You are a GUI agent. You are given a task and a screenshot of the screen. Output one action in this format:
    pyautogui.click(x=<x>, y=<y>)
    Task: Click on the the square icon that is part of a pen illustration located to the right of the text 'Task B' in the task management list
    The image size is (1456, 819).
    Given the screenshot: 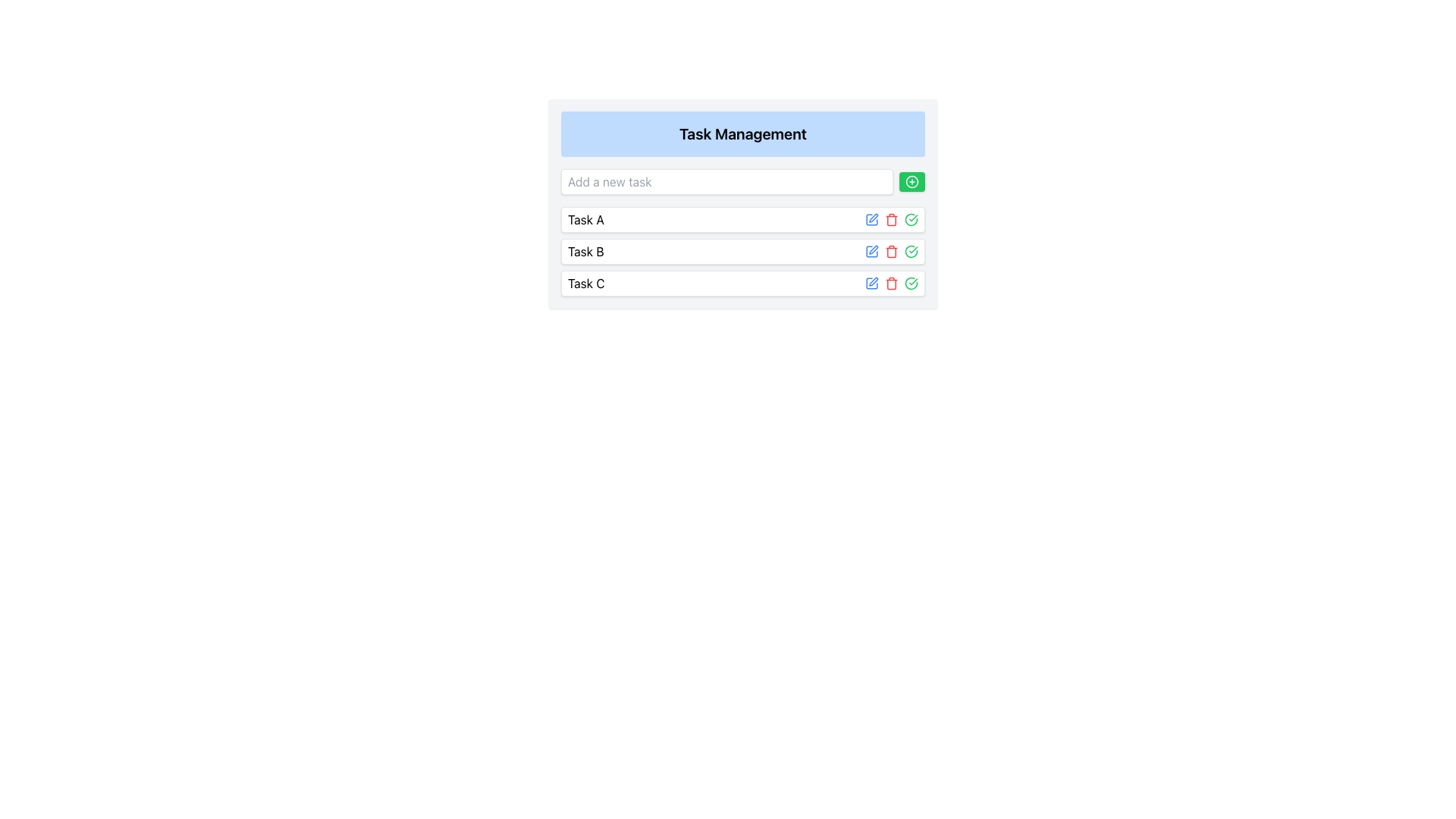 What is the action you would take?
    pyautogui.click(x=872, y=219)
    